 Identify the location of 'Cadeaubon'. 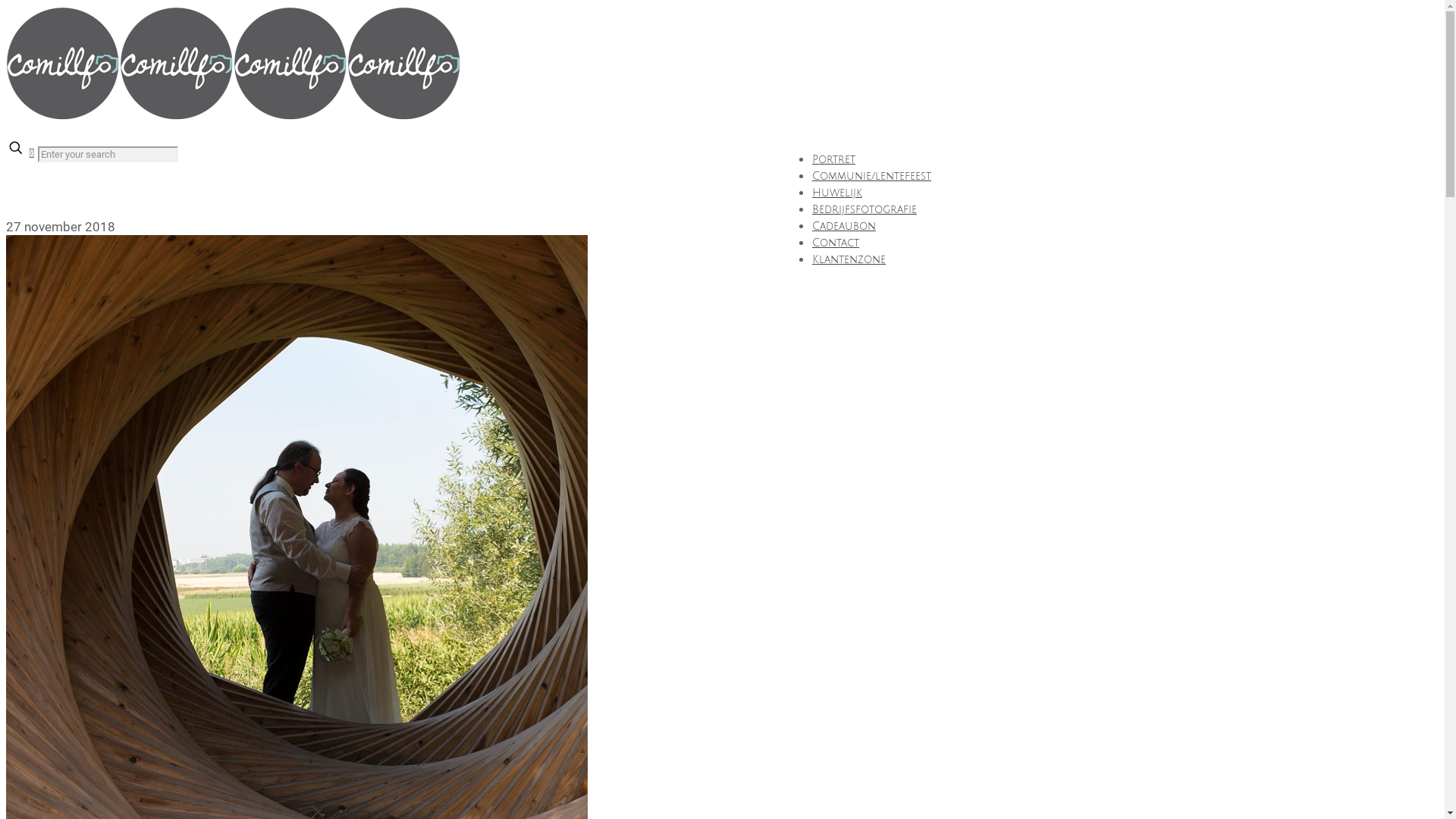
(811, 226).